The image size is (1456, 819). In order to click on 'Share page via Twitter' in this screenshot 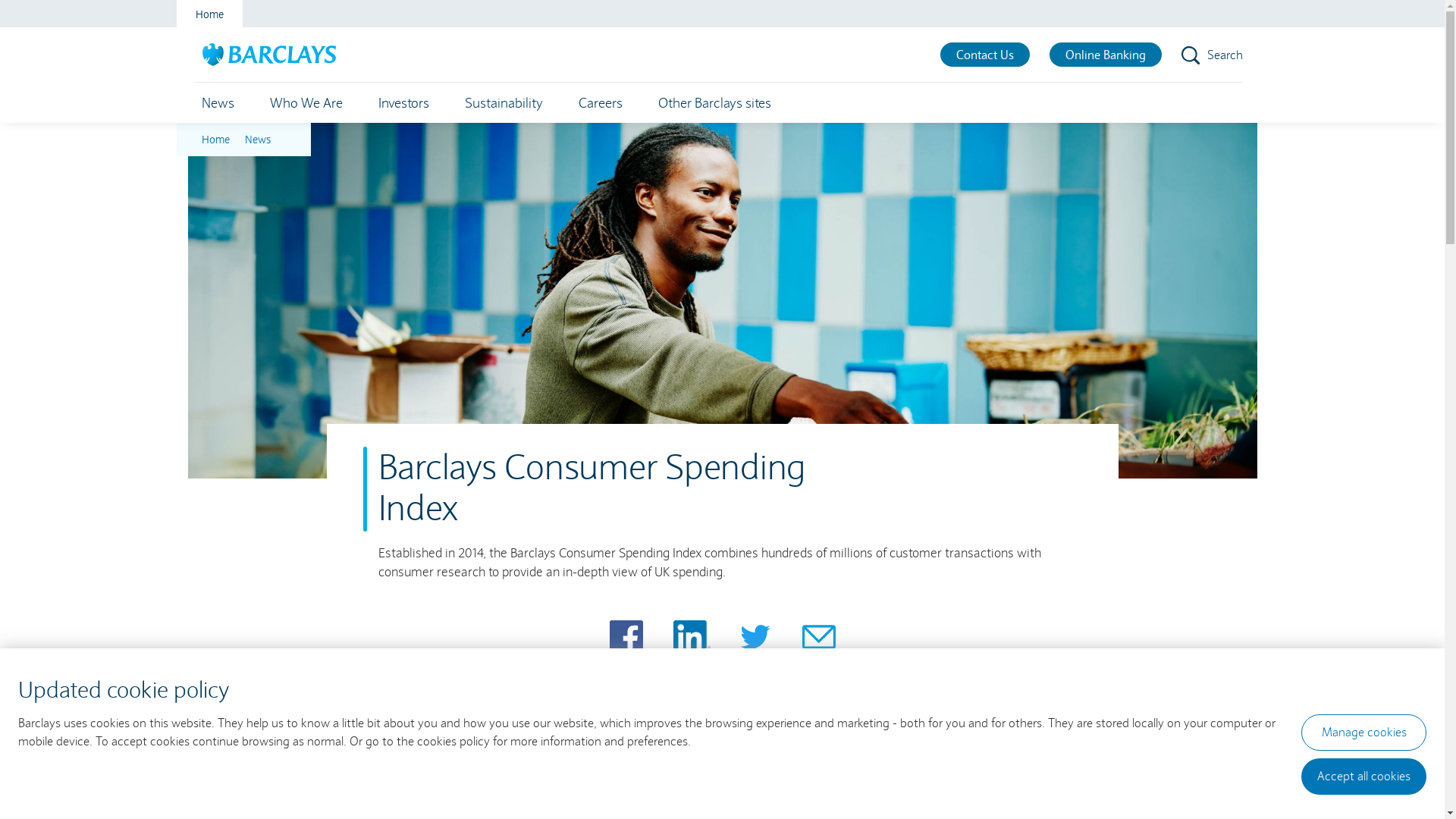, I will do `click(739, 637)`.